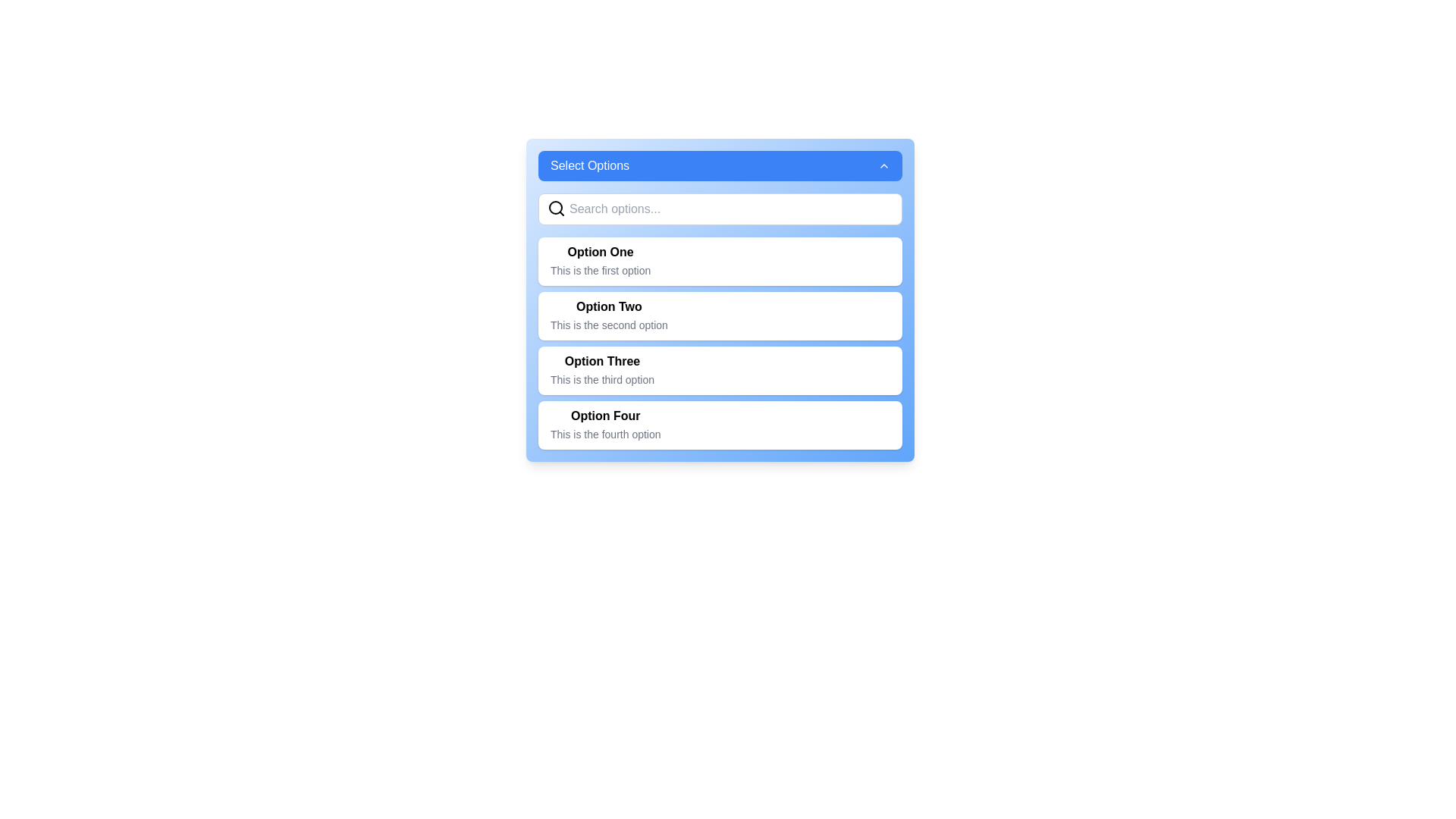 The height and width of the screenshot is (819, 1456). I want to click on the selectable list item labeled 'Option Two', so click(720, 315).